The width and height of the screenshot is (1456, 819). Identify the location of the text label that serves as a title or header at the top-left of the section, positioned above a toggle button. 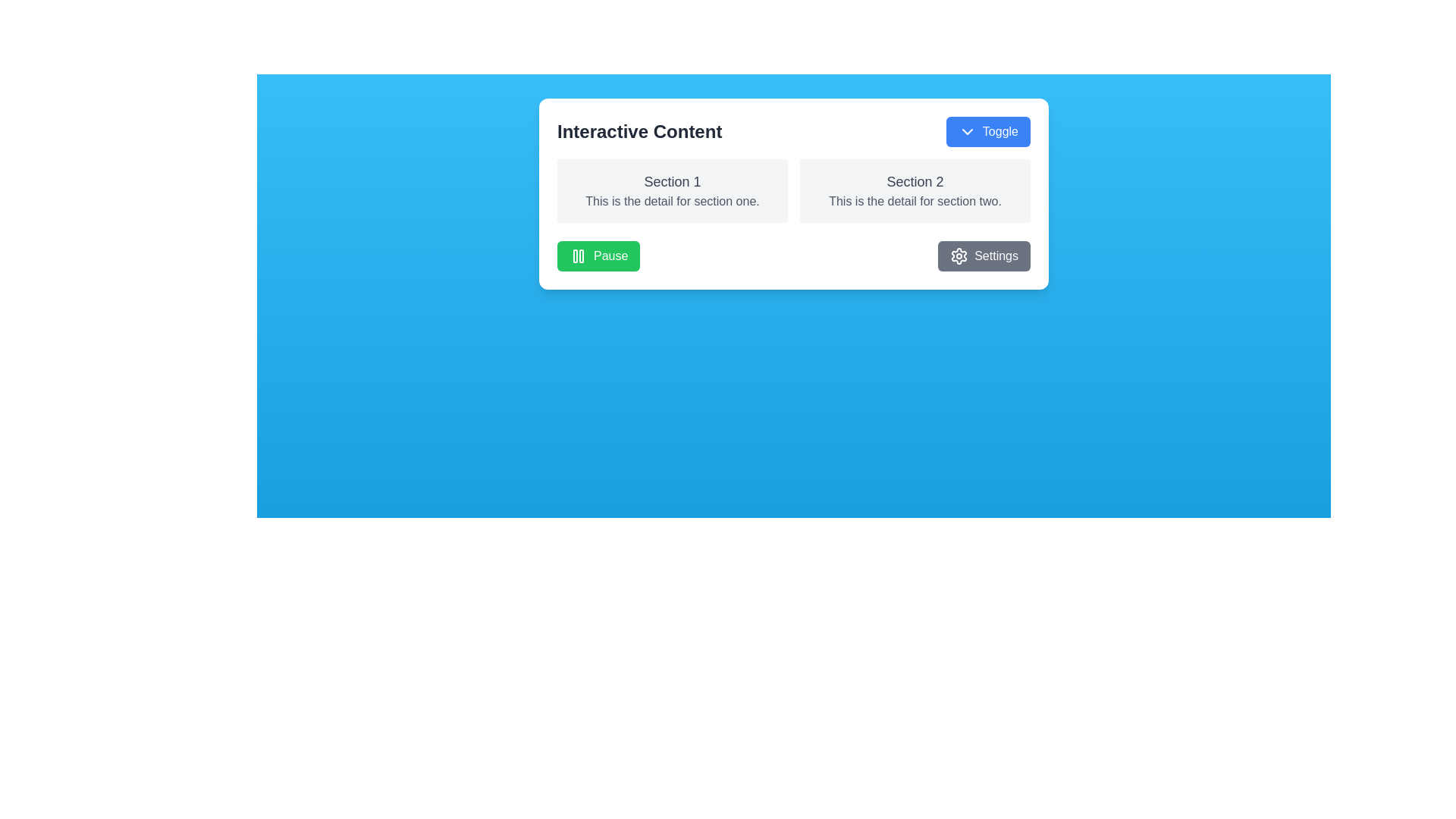
(639, 130).